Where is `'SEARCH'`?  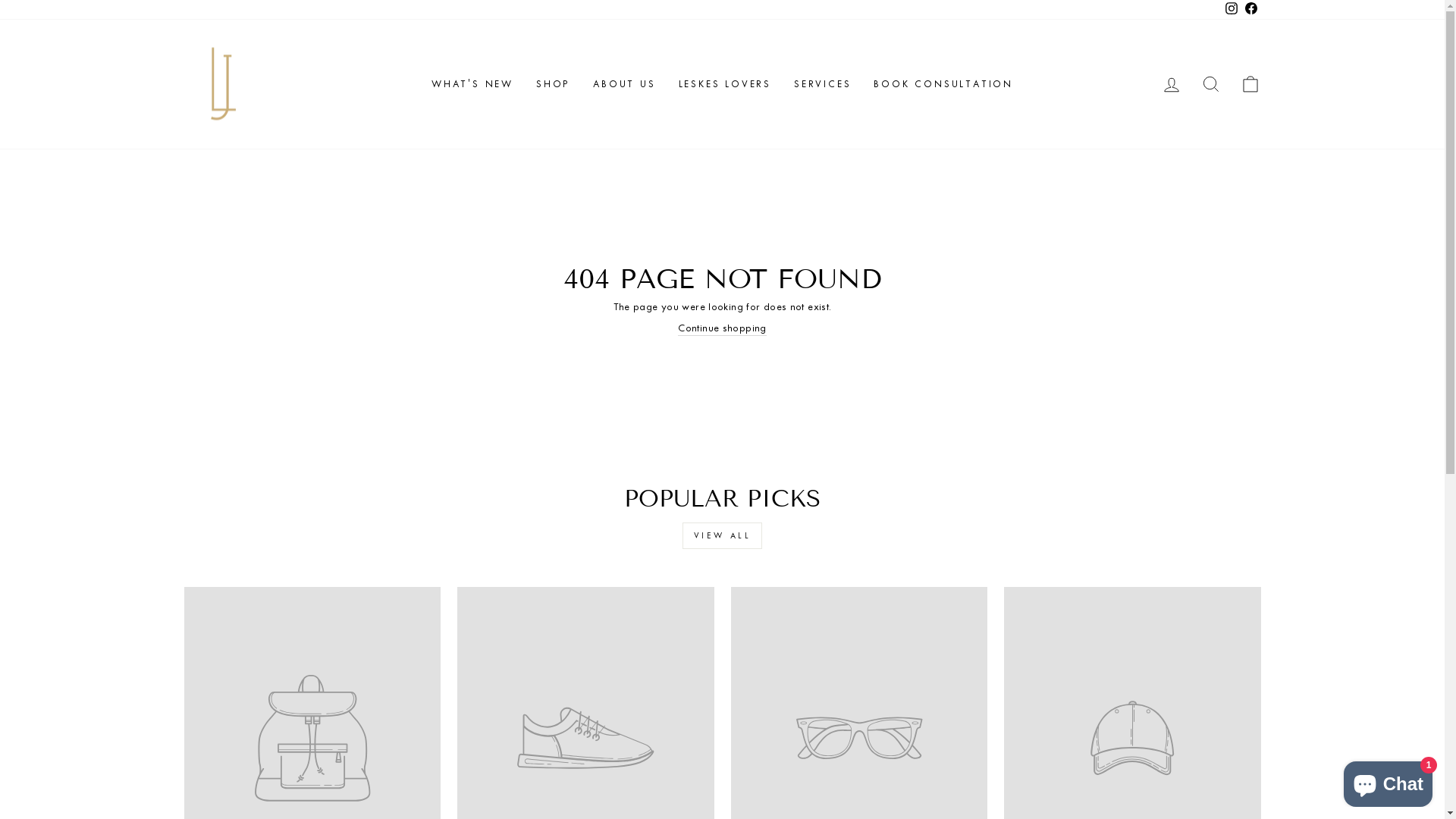 'SEARCH' is located at coordinates (1189, 84).